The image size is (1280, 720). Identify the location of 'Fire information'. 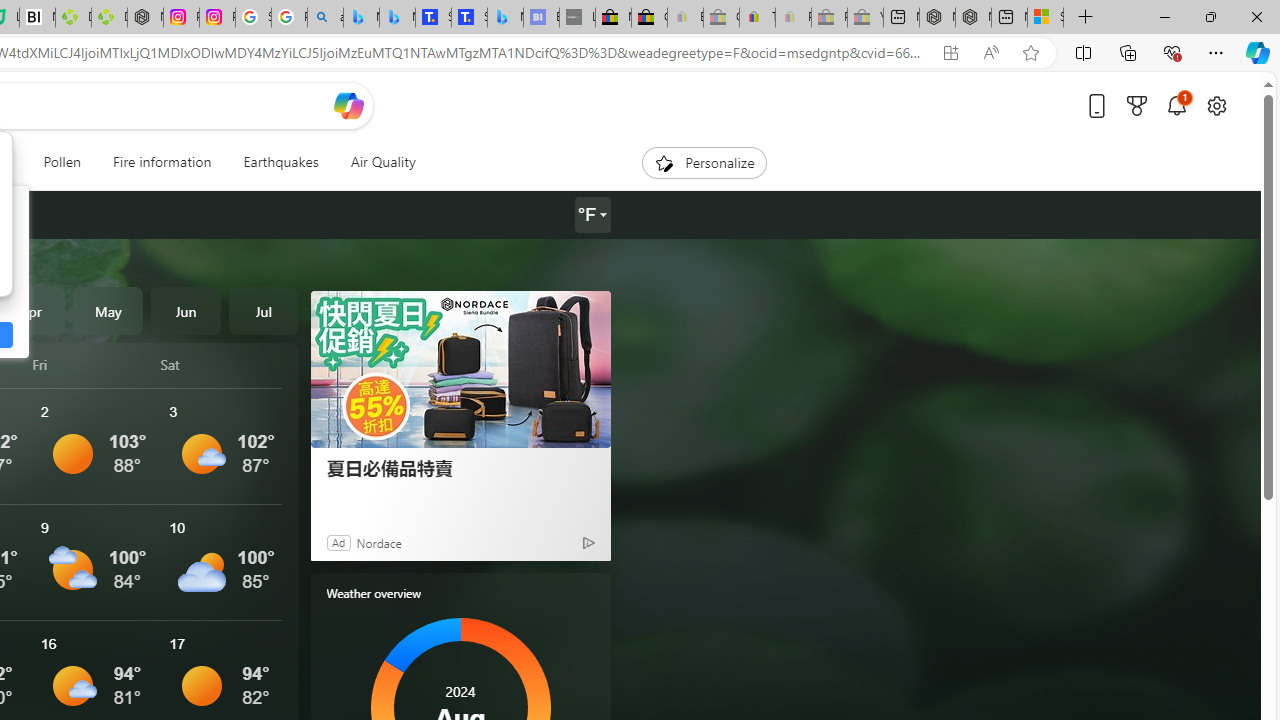
(162, 162).